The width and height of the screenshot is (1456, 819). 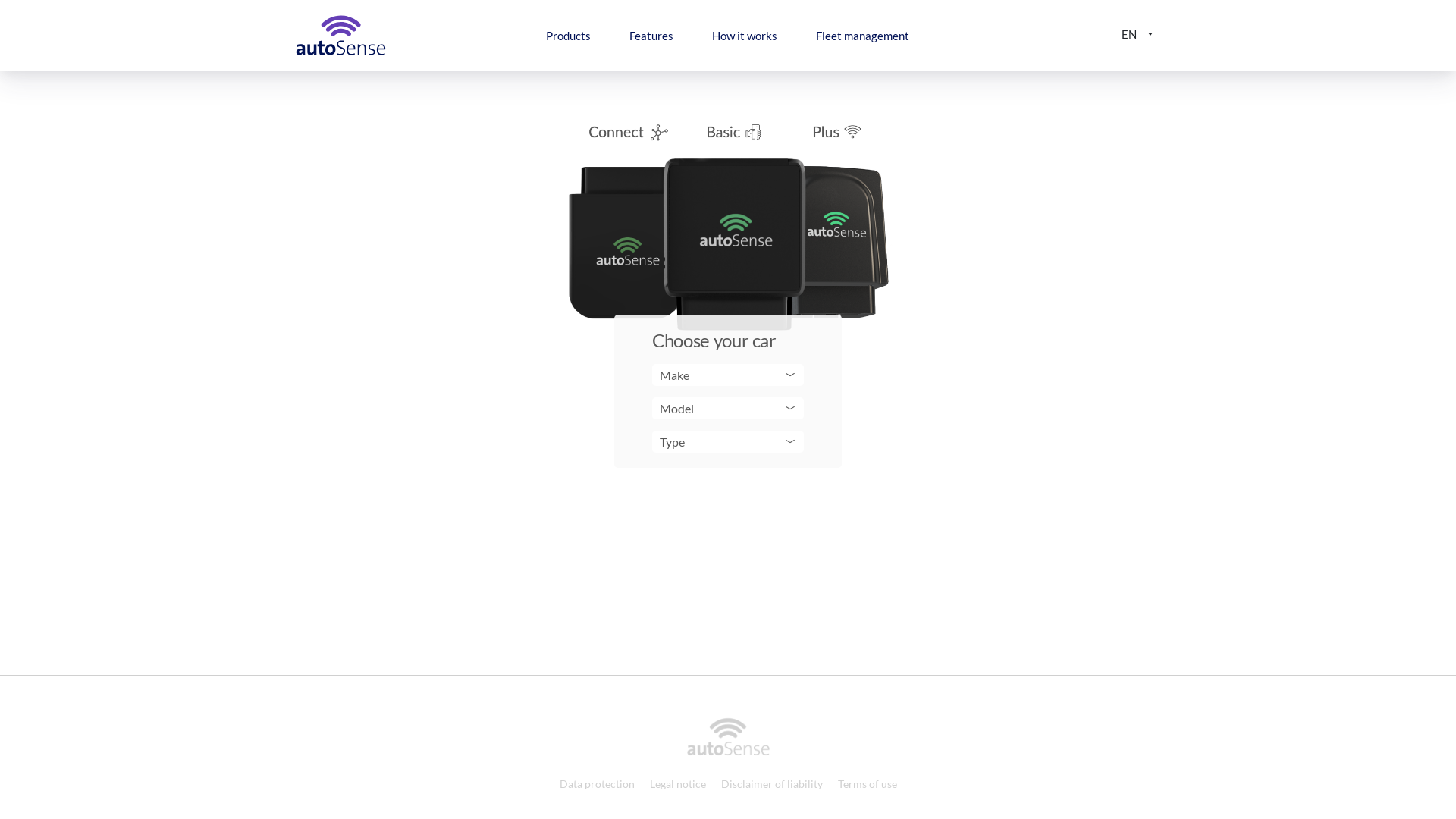 I want to click on 'Products', so click(x=567, y=35).